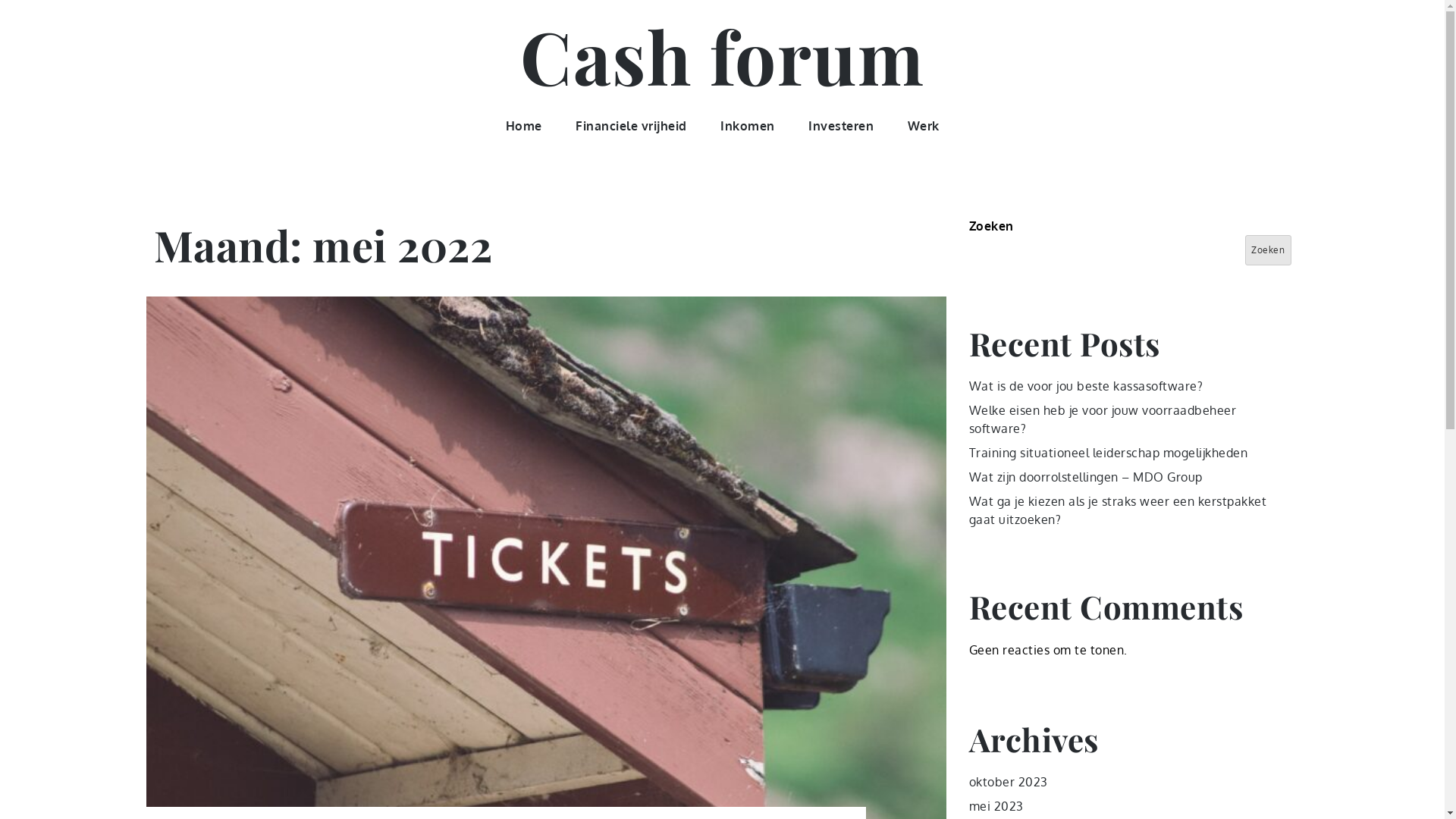  What do you see at coordinates (922, 124) in the screenshot?
I see `'Werk'` at bounding box center [922, 124].